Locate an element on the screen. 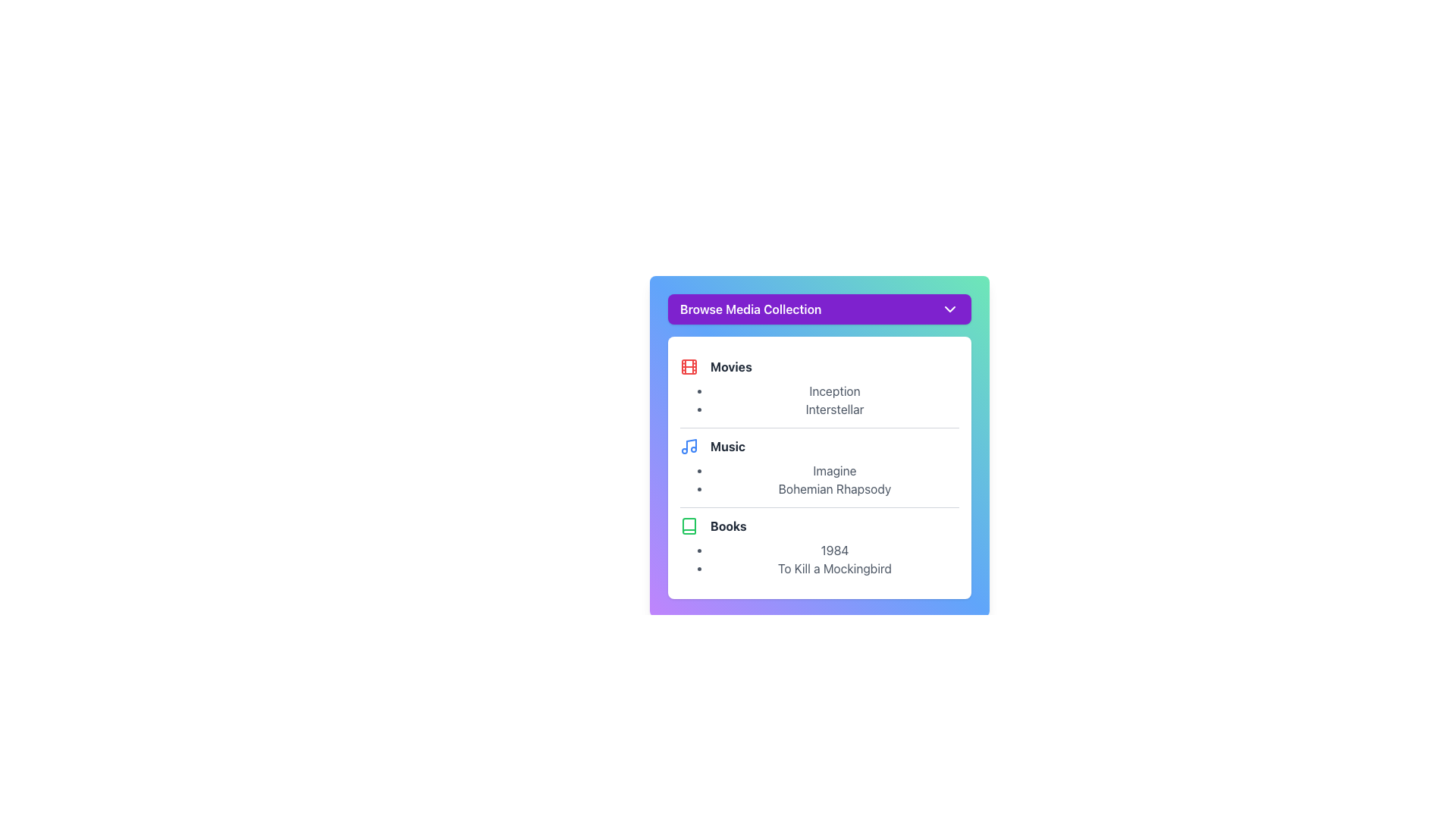  the bold text element displaying 'Books' in dark gray, located under the 'Music' category and aligned right of a green book icon is located at coordinates (728, 526).